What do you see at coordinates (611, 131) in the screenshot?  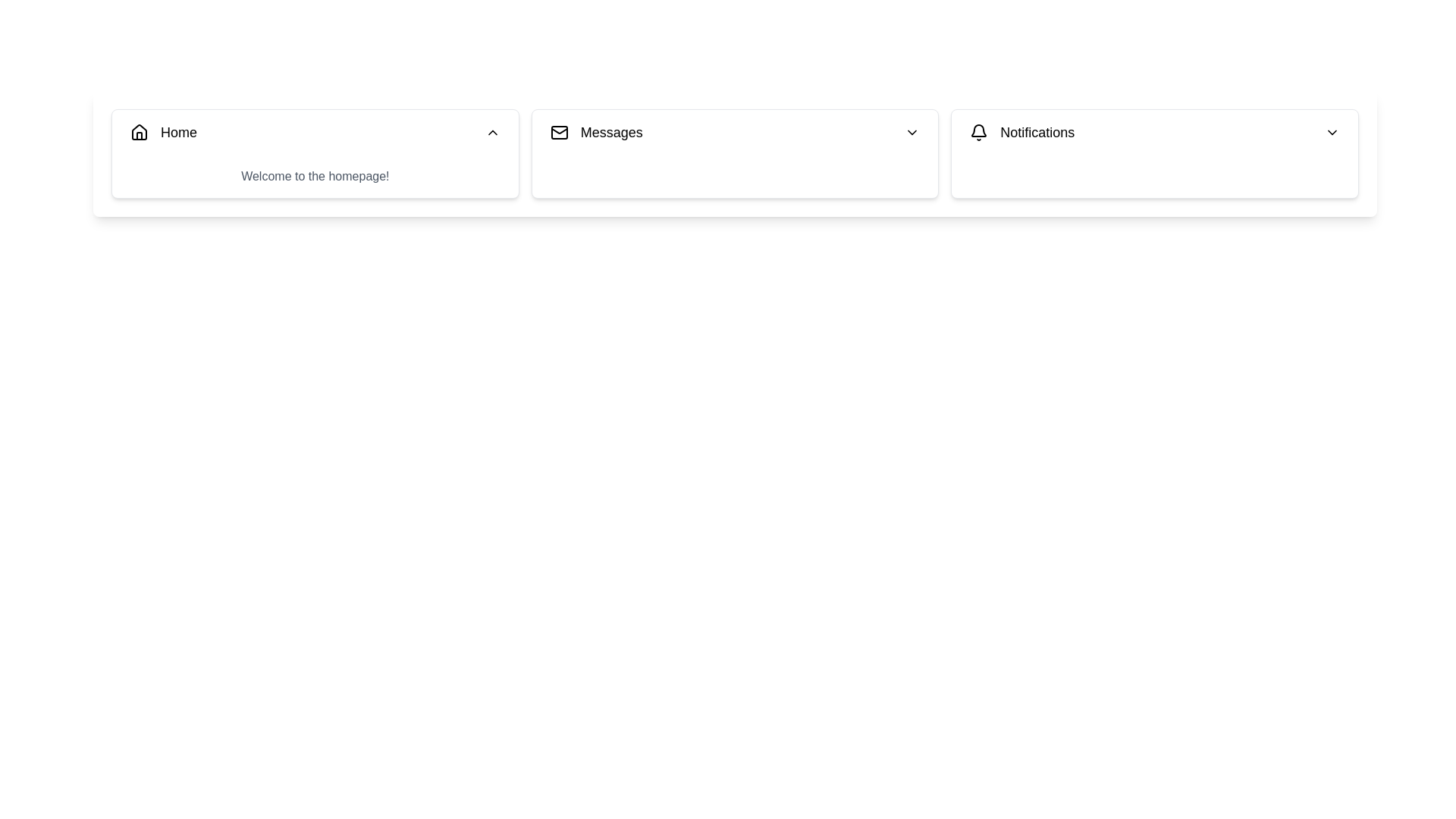 I see `the 'Messages' static text label, which is styled in a medium-weight font and is larger than surrounding text, located to the right of a mail icon in the center of the interface section` at bounding box center [611, 131].